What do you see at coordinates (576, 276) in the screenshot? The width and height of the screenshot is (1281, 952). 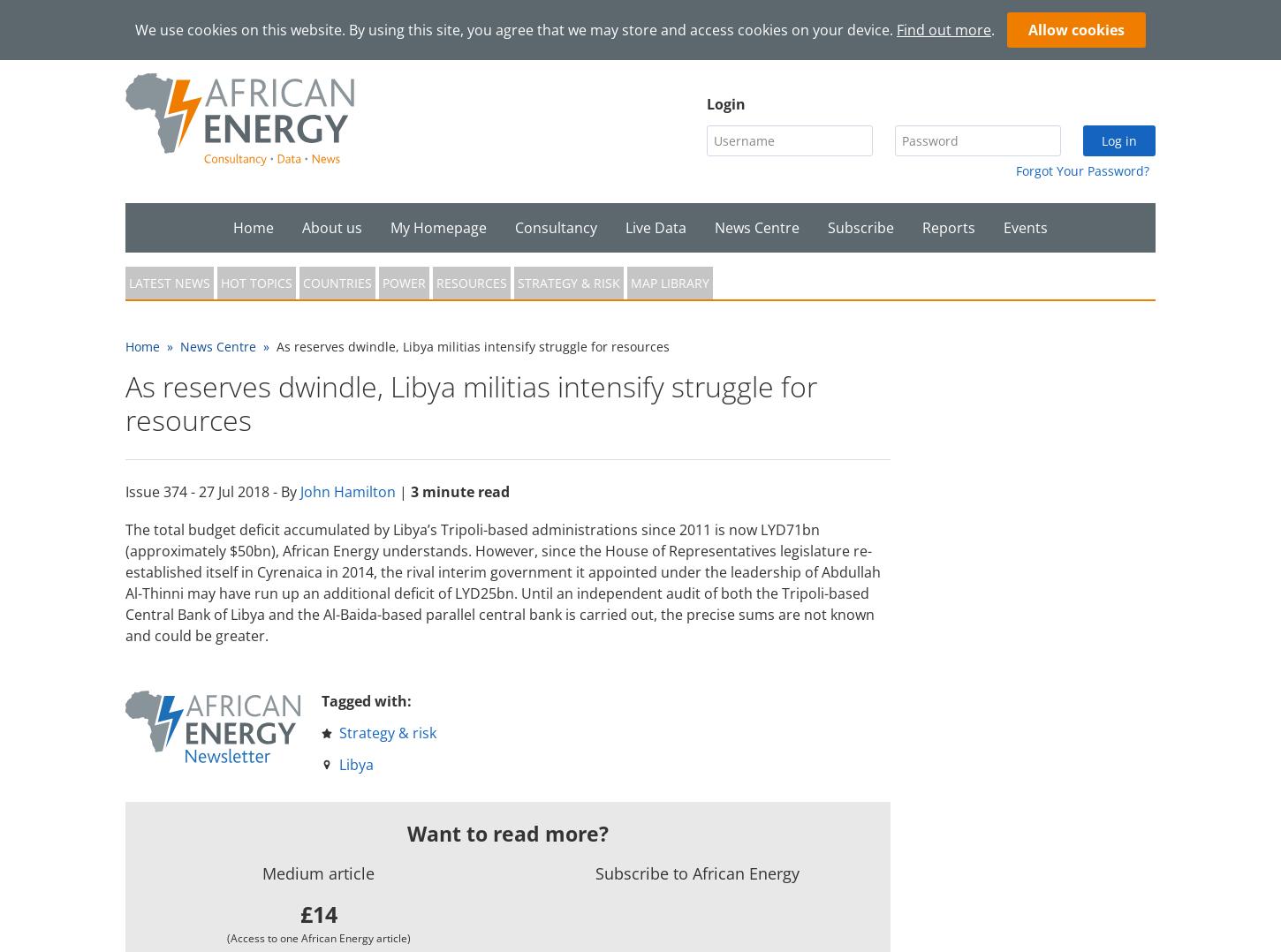 I see `'Market intelligence'` at bounding box center [576, 276].